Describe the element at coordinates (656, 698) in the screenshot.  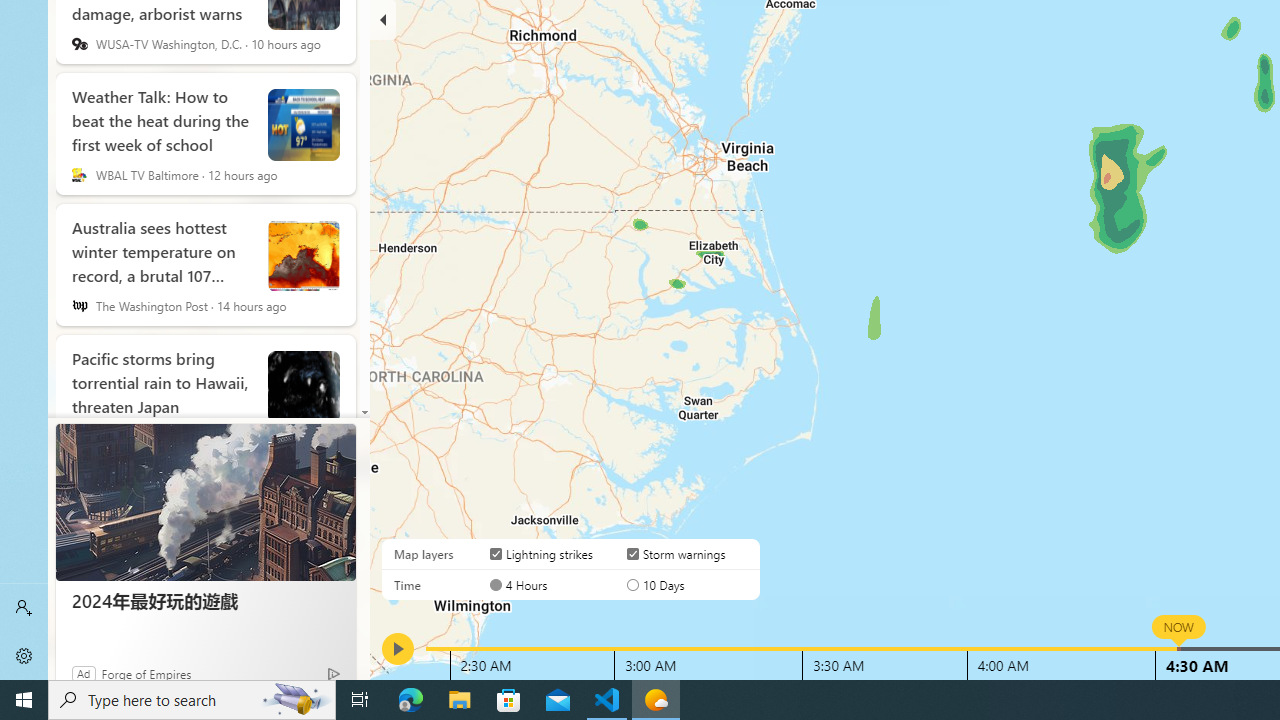
I see `'Weather - 1 running window'` at that location.